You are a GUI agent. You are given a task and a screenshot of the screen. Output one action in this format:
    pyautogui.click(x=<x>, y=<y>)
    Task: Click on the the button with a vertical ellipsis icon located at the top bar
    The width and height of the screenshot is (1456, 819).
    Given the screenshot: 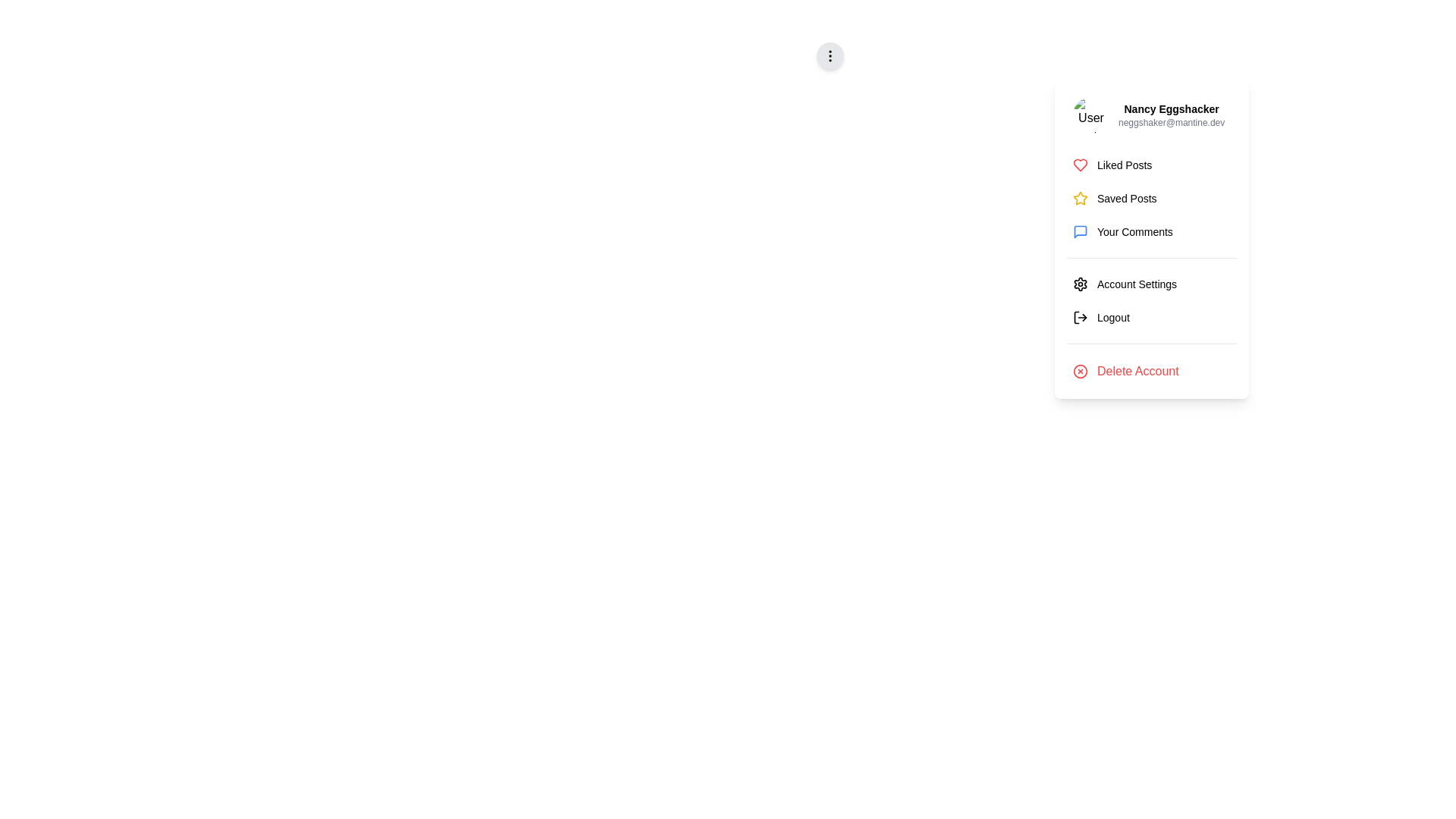 What is the action you would take?
    pyautogui.click(x=829, y=55)
    